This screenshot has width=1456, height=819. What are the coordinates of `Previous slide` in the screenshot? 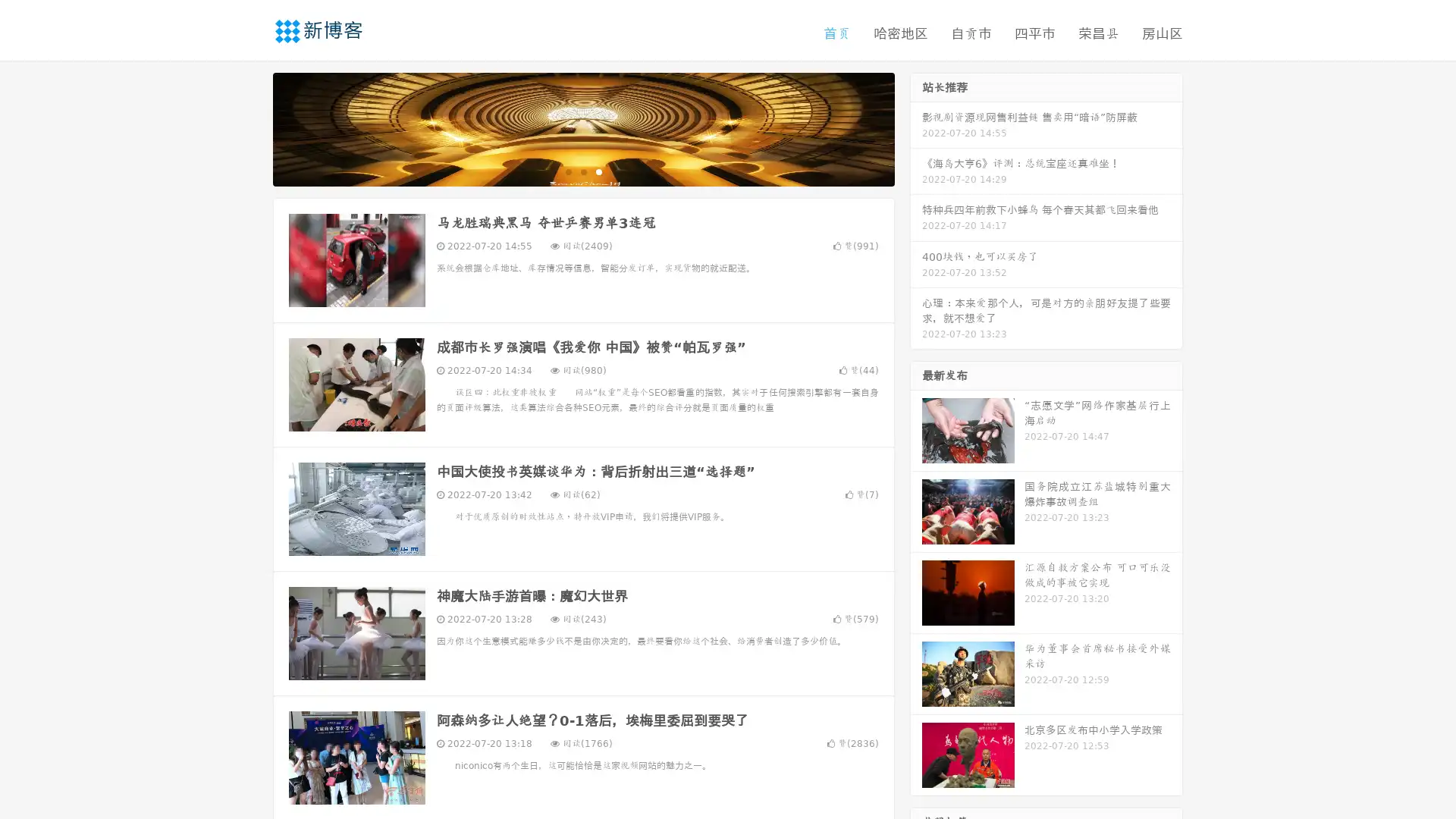 It's located at (250, 127).